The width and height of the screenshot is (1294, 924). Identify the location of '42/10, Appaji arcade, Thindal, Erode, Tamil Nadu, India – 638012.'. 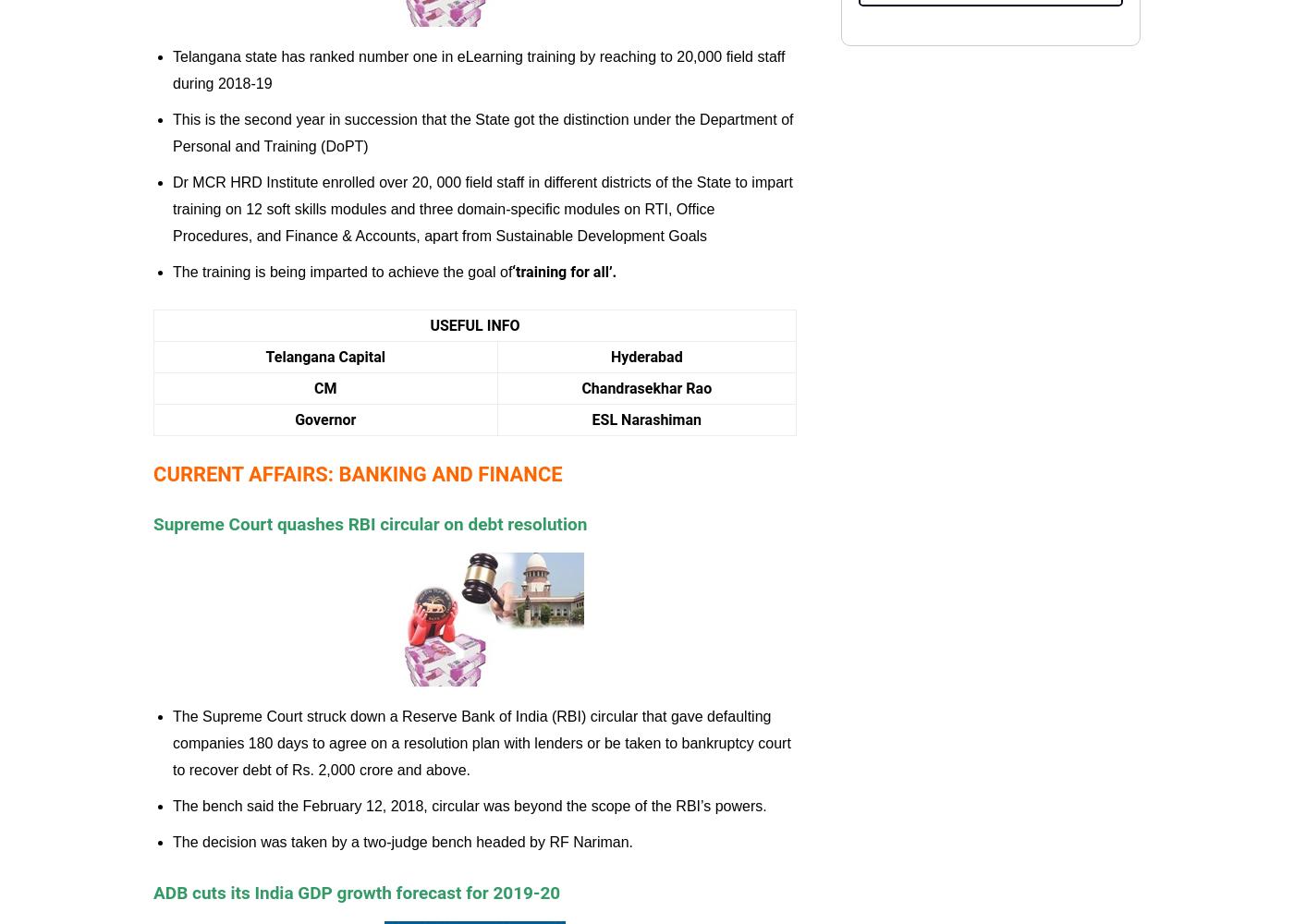
(1028, 57).